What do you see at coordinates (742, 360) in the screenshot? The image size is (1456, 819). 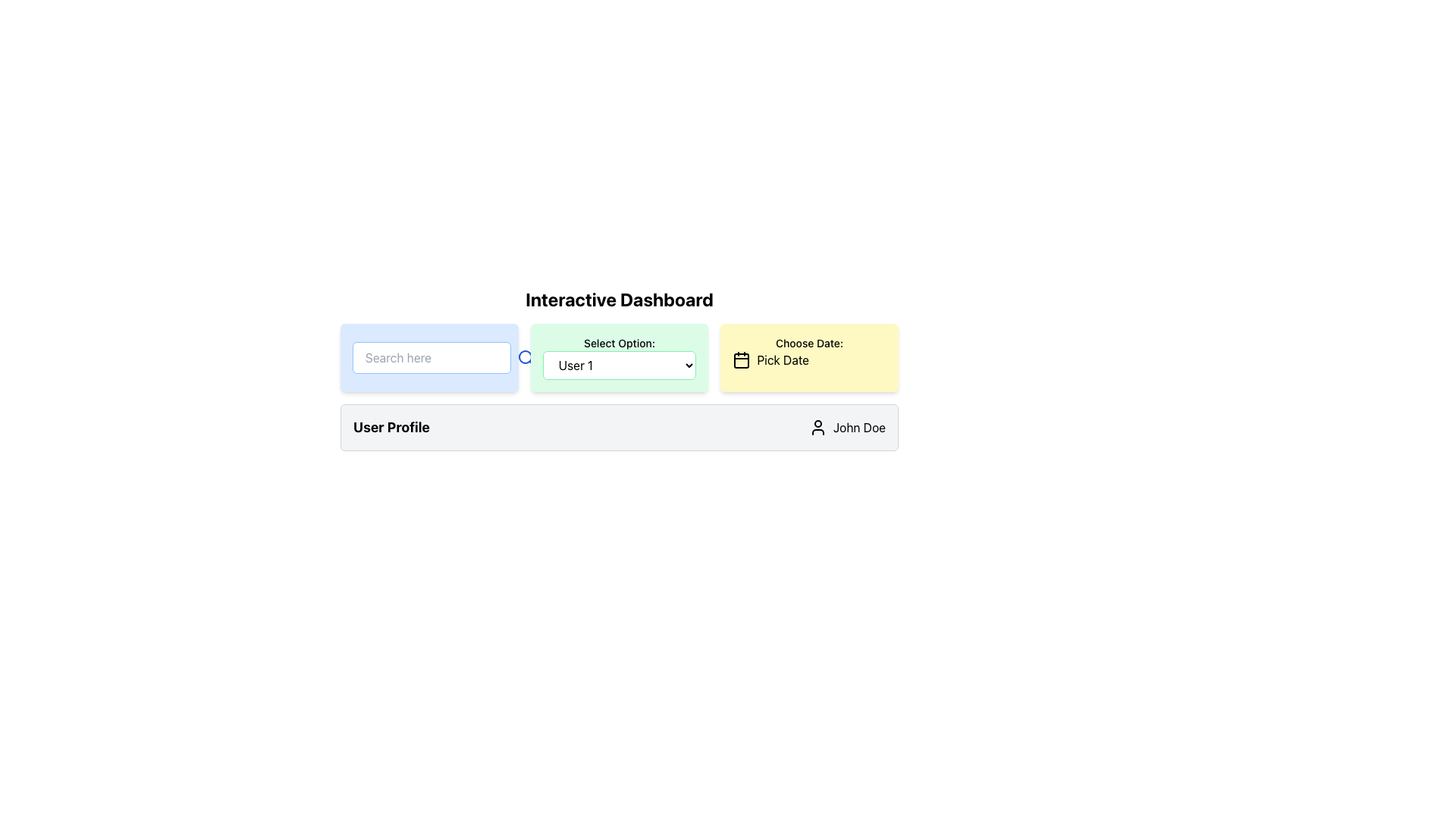 I see `the Decorative SVG rectangle located inside the calendar icon in the 'Choose Date:' section` at bounding box center [742, 360].